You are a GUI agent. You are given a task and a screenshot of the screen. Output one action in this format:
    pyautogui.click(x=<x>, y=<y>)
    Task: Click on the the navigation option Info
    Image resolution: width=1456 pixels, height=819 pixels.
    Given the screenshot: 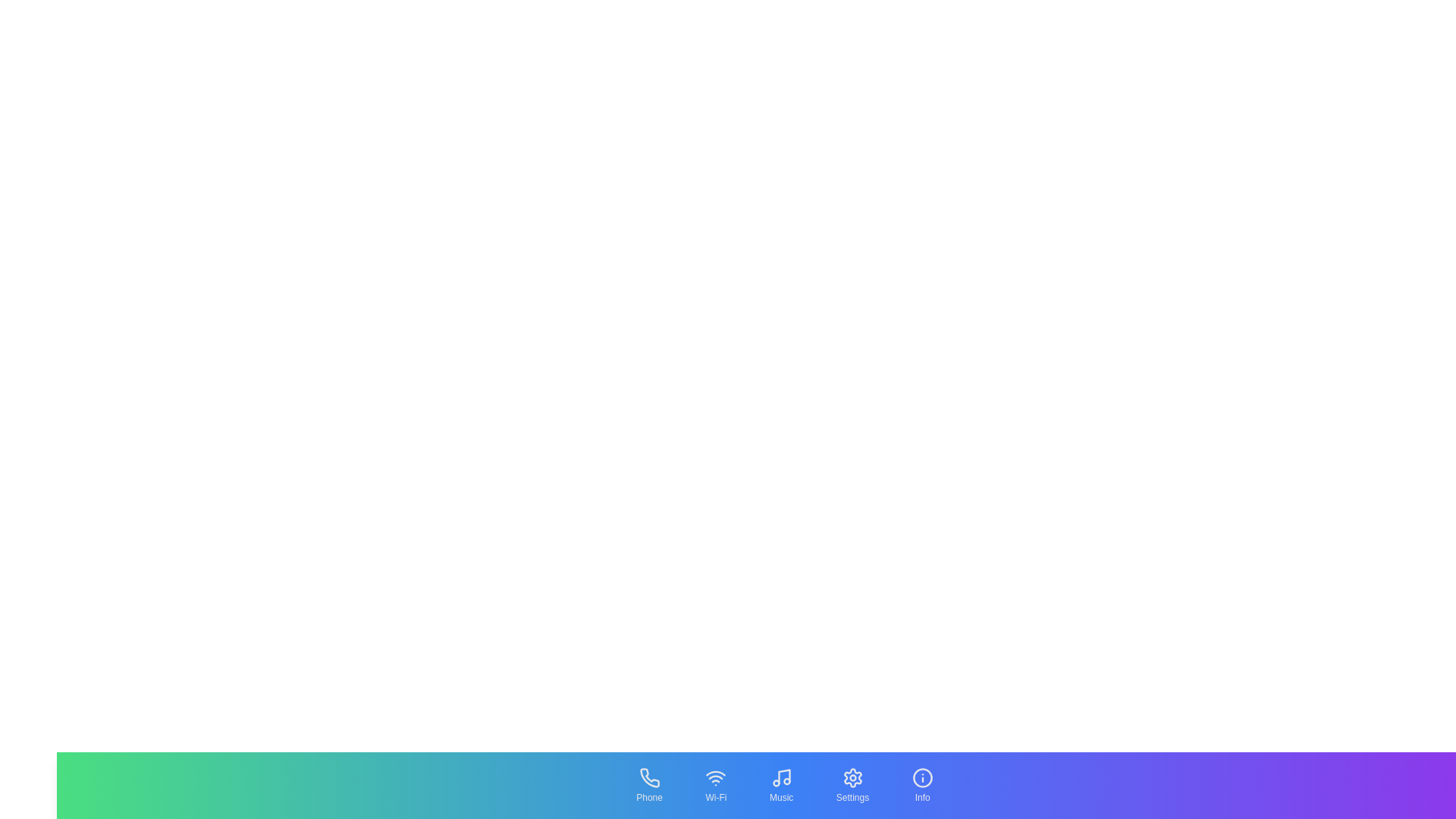 What is the action you would take?
    pyautogui.click(x=921, y=785)
    